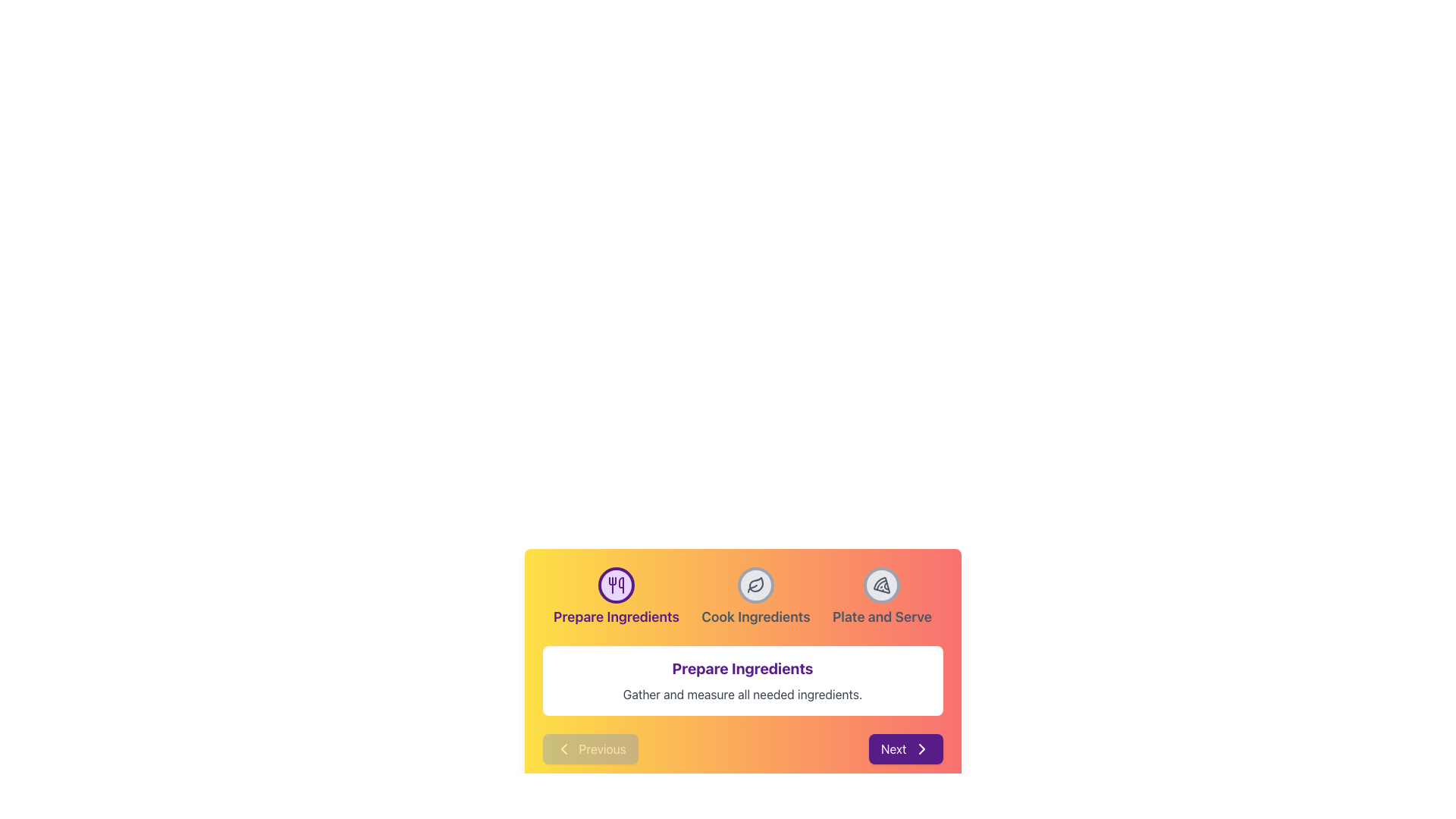  Describe the element at coordinates (617, 584) in the screenshot. I see `the Non-interactive status indicator icon, which is a fork and knife duo icon inside a circular purple outline, located at the top of the footer section above the 'Prepare Ingredients' label` at that location.